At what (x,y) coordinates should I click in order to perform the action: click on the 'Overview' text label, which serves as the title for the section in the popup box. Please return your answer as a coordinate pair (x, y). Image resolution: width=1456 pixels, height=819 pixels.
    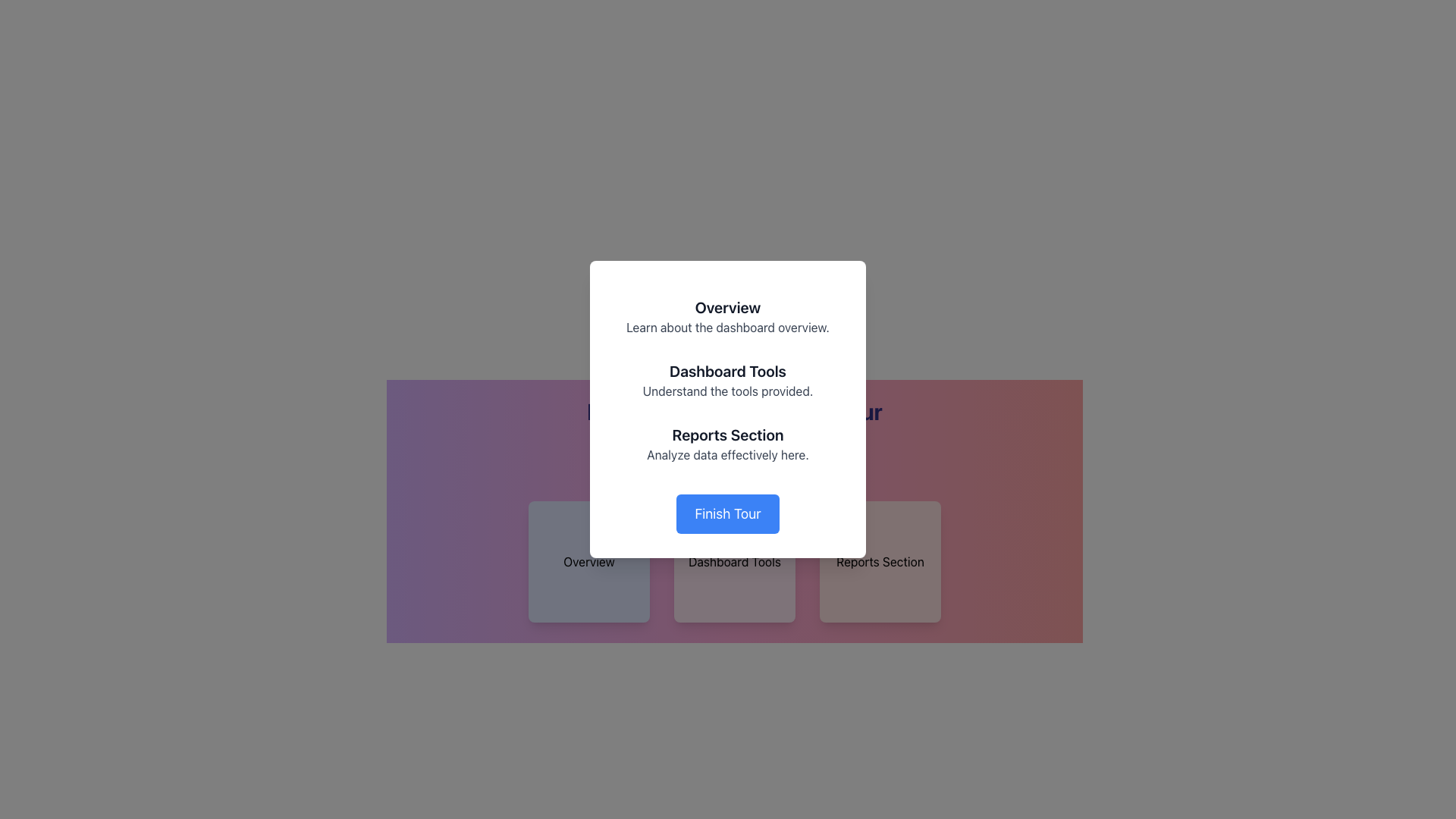
    Looking at the image, I should click on (728, 307).